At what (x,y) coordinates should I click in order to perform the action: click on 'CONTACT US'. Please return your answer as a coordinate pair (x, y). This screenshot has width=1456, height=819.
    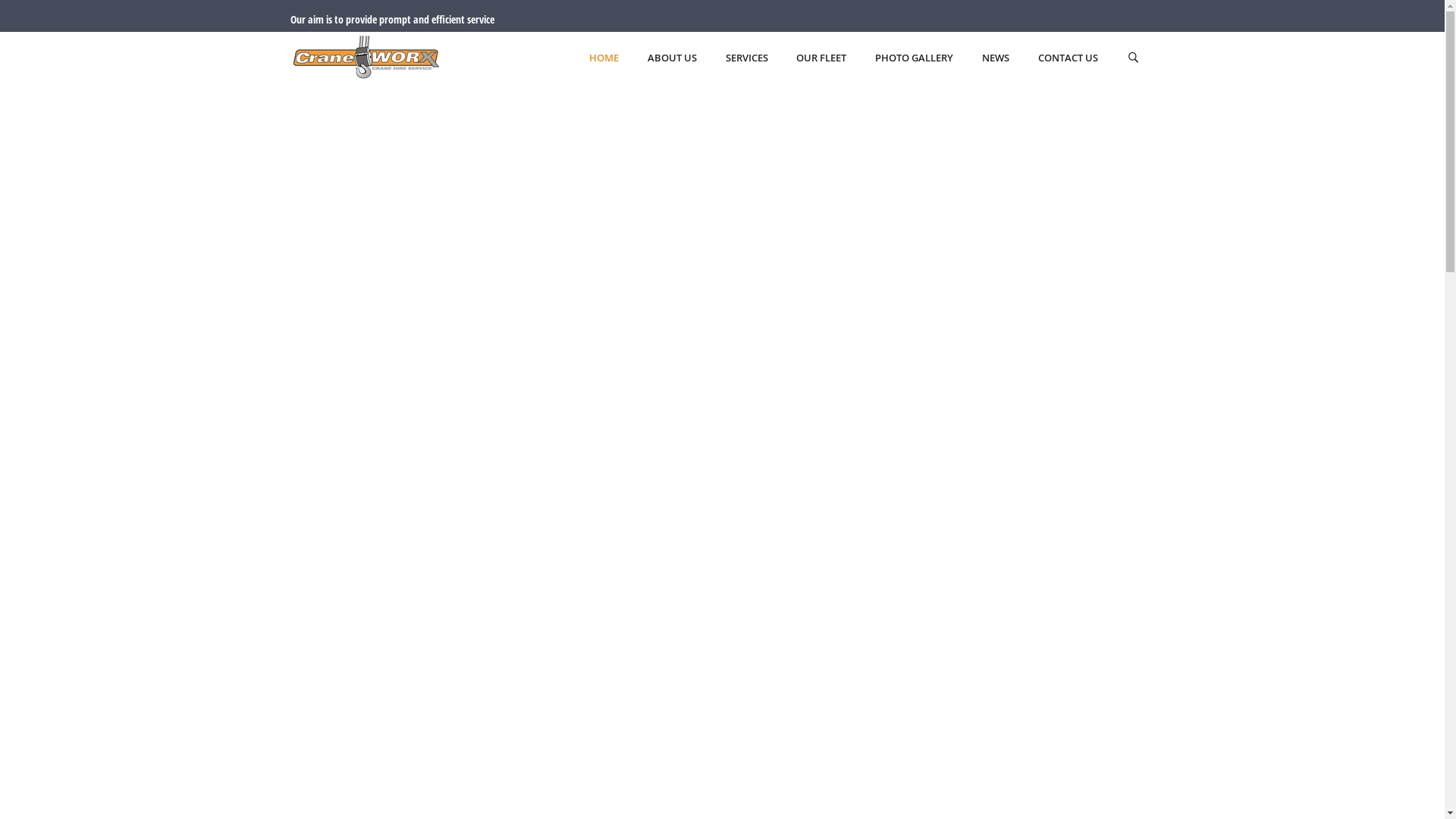
    Looking at the image, I should click on (1067, 58).